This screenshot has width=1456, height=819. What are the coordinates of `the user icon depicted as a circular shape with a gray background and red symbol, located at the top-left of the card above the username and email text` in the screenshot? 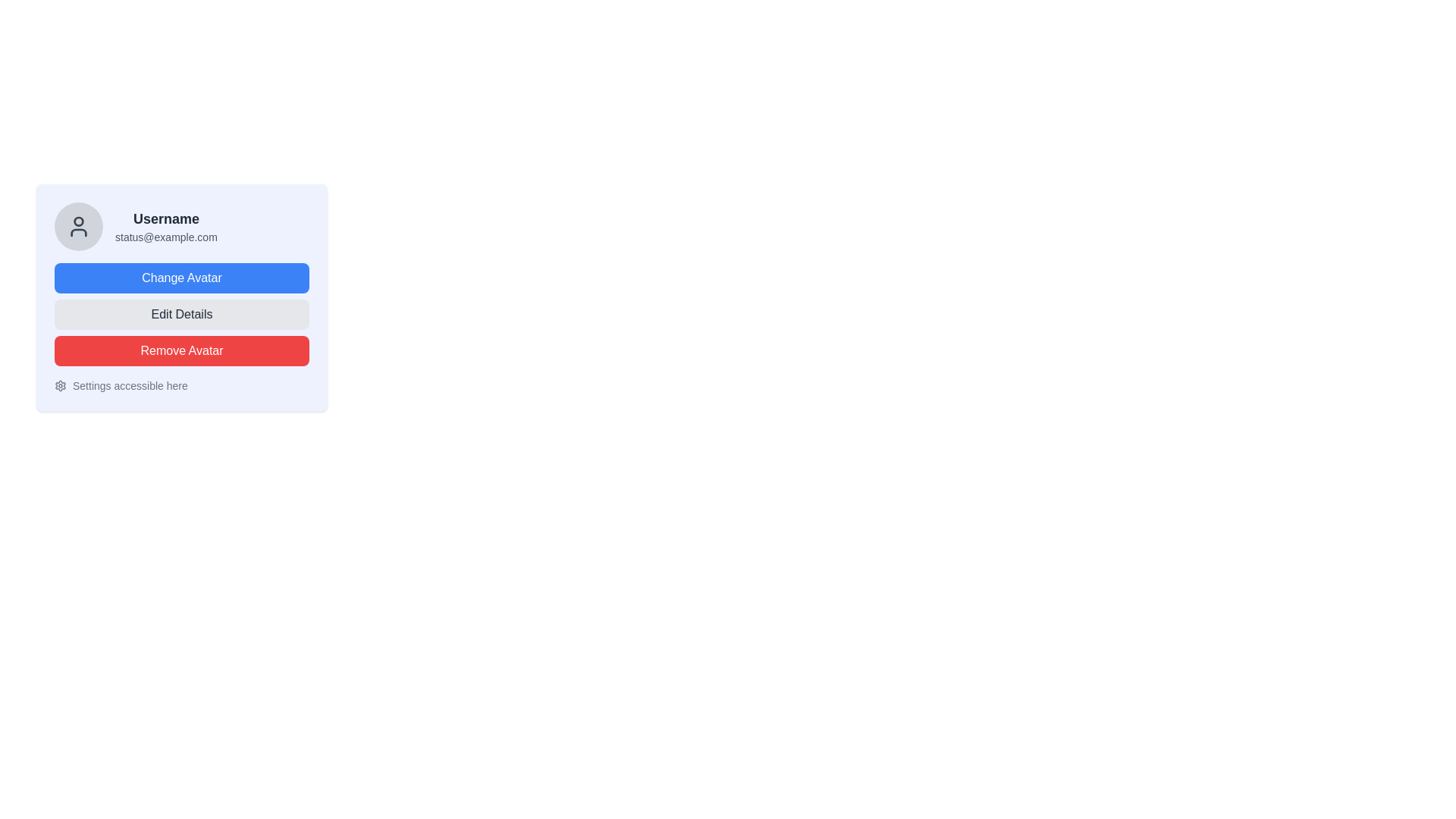 It's located at (78, 221).